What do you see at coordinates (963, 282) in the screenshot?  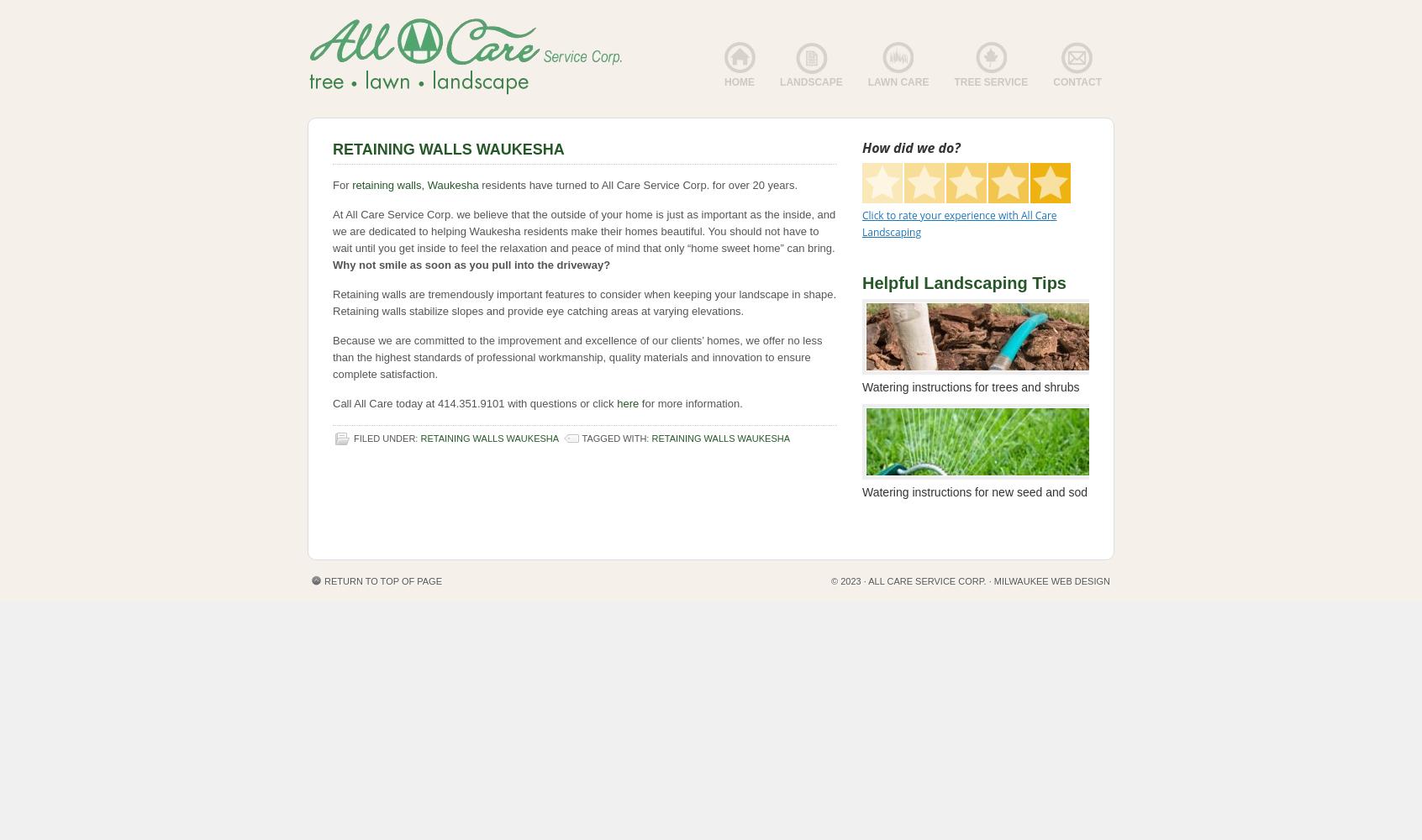 I see `'Helpful Landscaping Tips'` at bounding box center [963, 282].